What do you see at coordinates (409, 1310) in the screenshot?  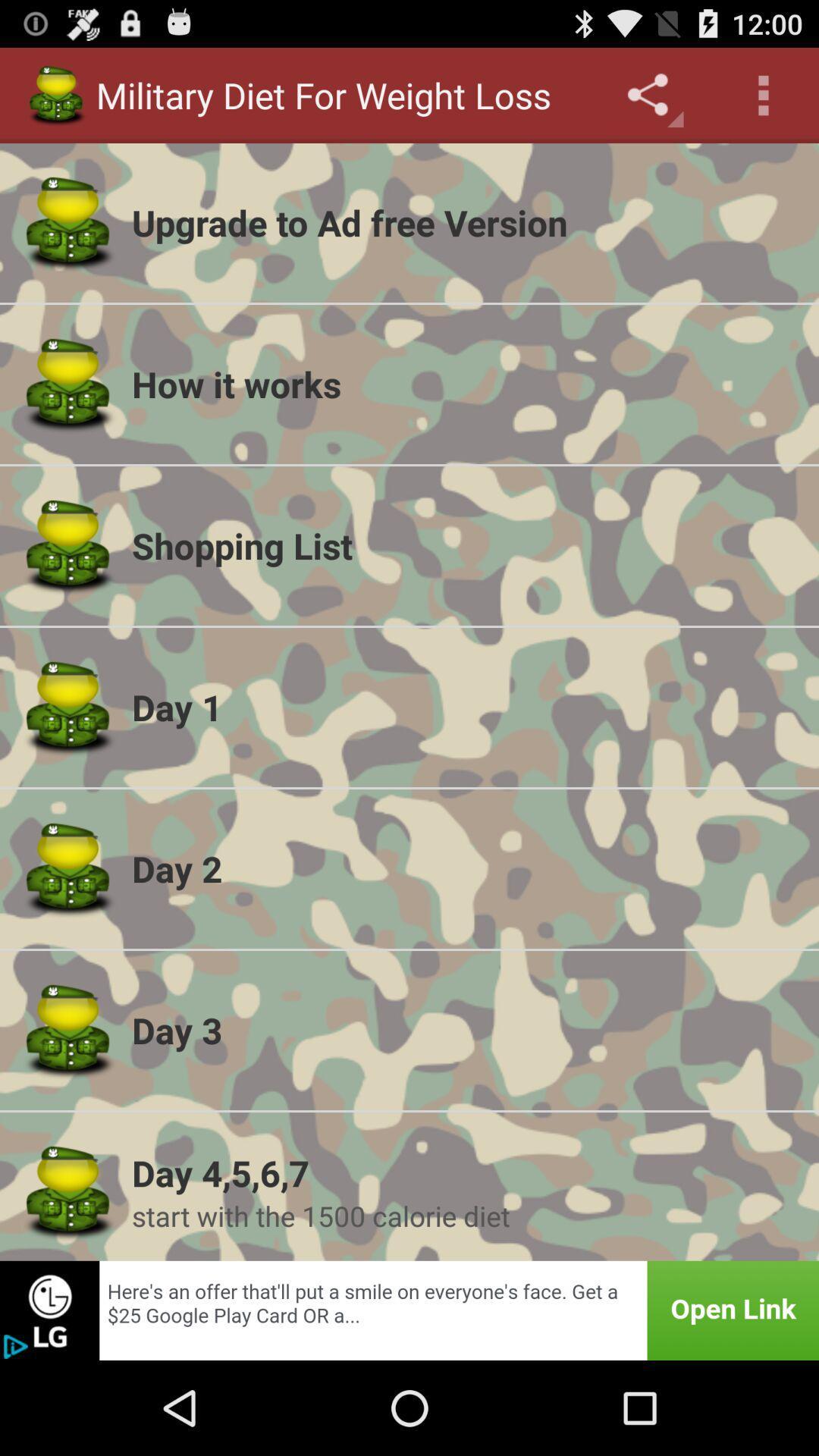 I see `web add` at bounding box center [409, 1310].